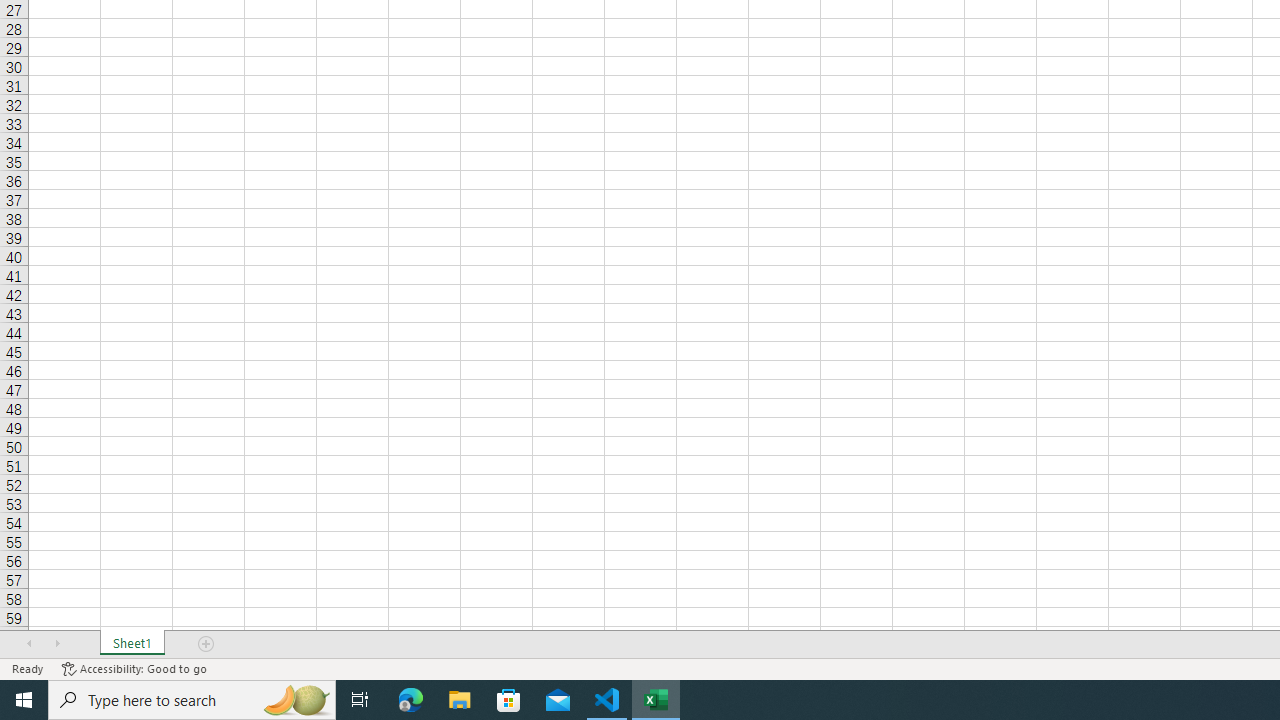 The height and width of the screenshot is (720, 1280). What do you see at coordinates (131, 644) in the screenshot?
I see `'Sheet1'` at bounding box center [131, 644].